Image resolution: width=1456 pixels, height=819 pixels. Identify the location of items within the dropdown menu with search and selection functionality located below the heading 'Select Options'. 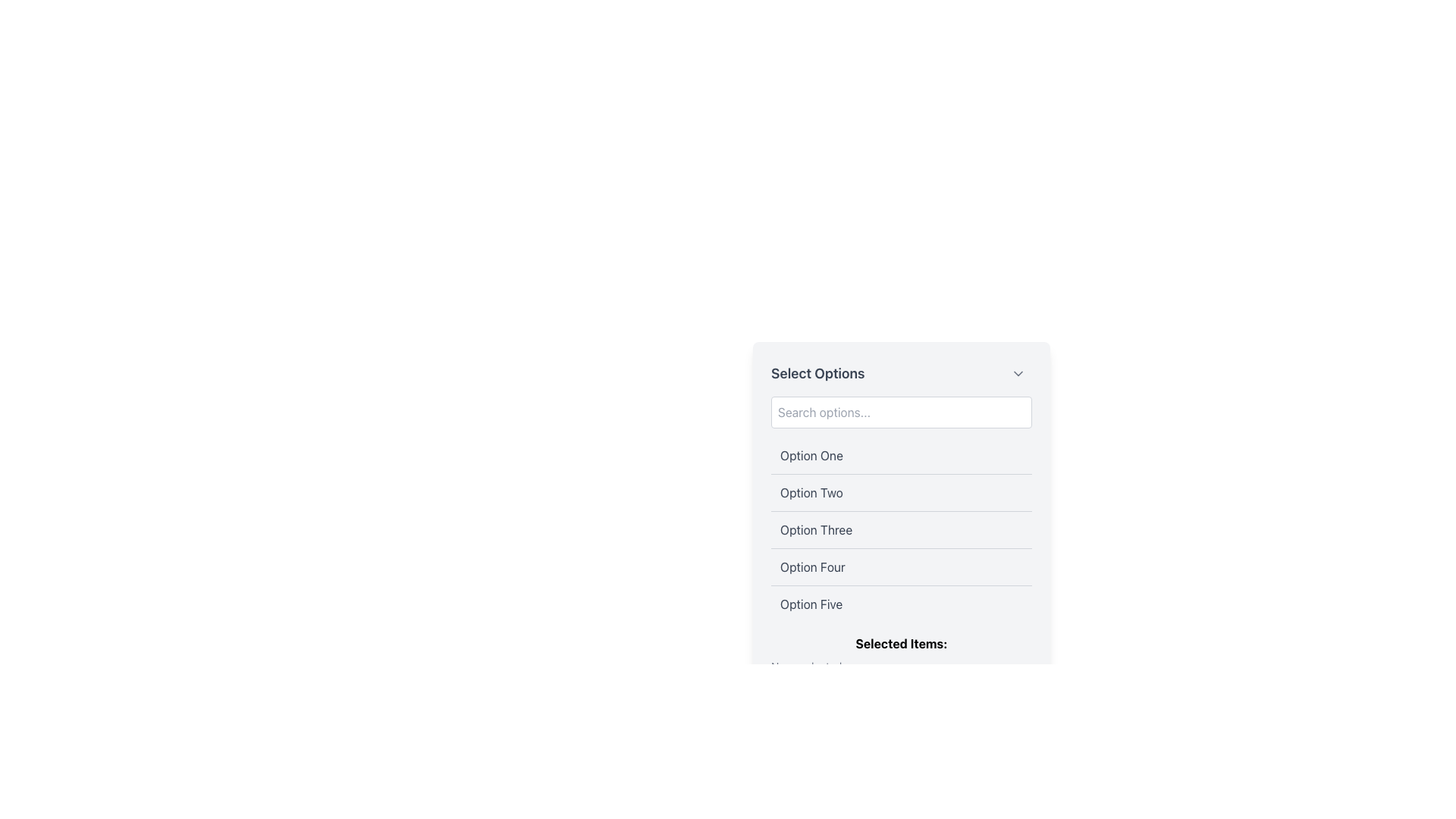
(902, 529).